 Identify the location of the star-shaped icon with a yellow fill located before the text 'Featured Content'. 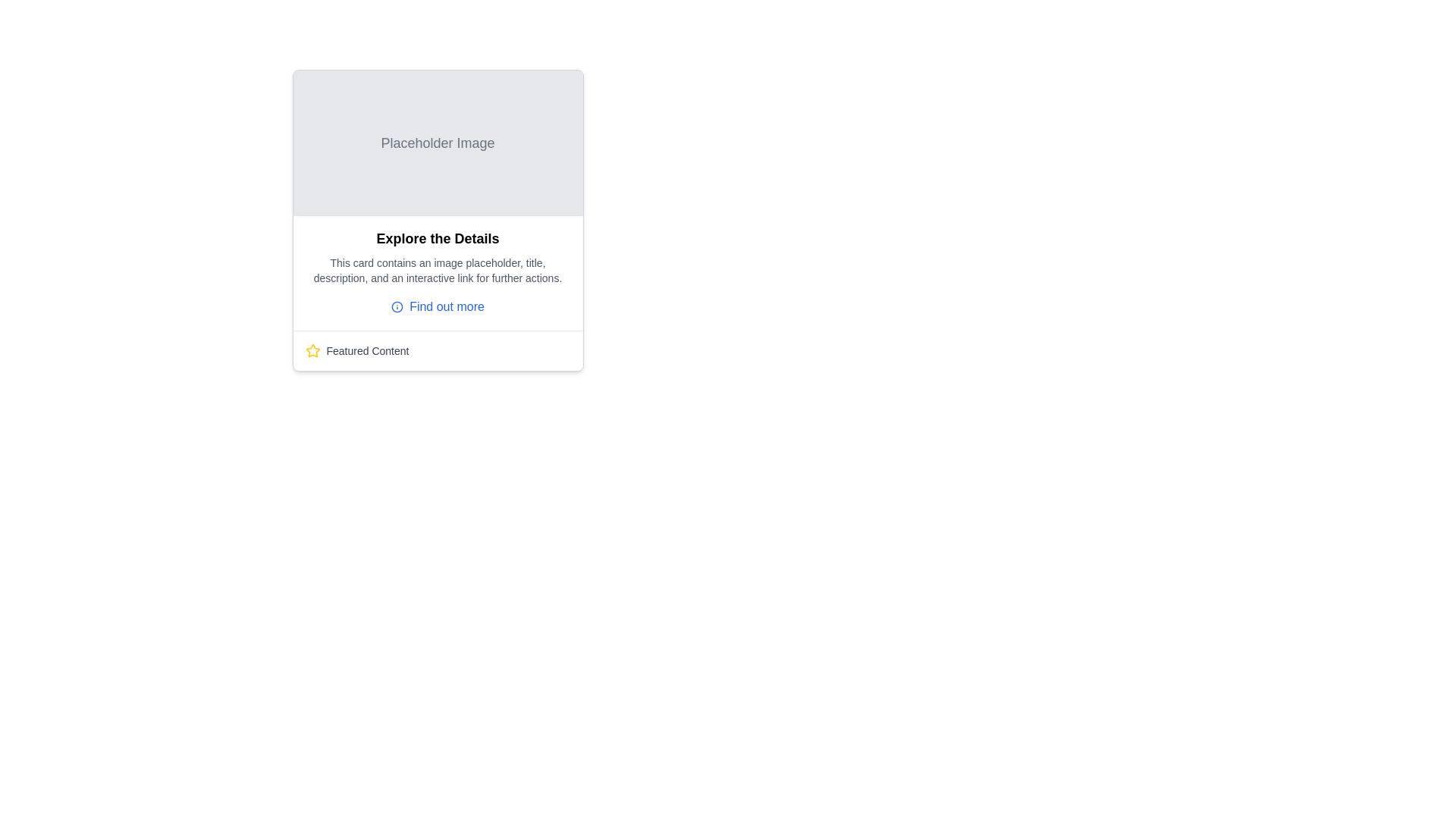
(312, 350).